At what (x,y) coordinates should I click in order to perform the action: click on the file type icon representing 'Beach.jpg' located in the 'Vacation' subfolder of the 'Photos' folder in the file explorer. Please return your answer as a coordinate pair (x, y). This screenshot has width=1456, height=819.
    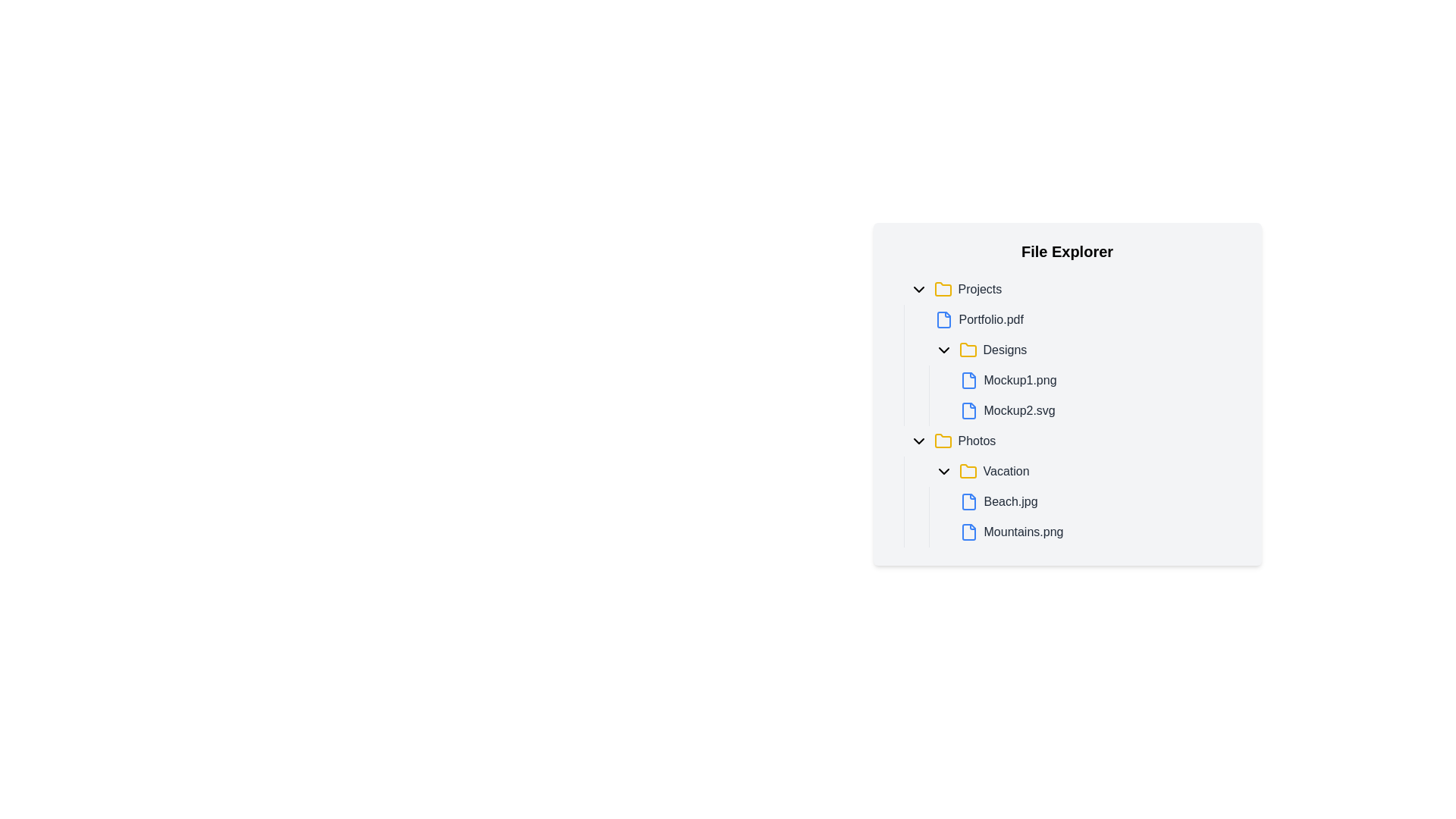
    Looking at the image, I should click on (968, 502).